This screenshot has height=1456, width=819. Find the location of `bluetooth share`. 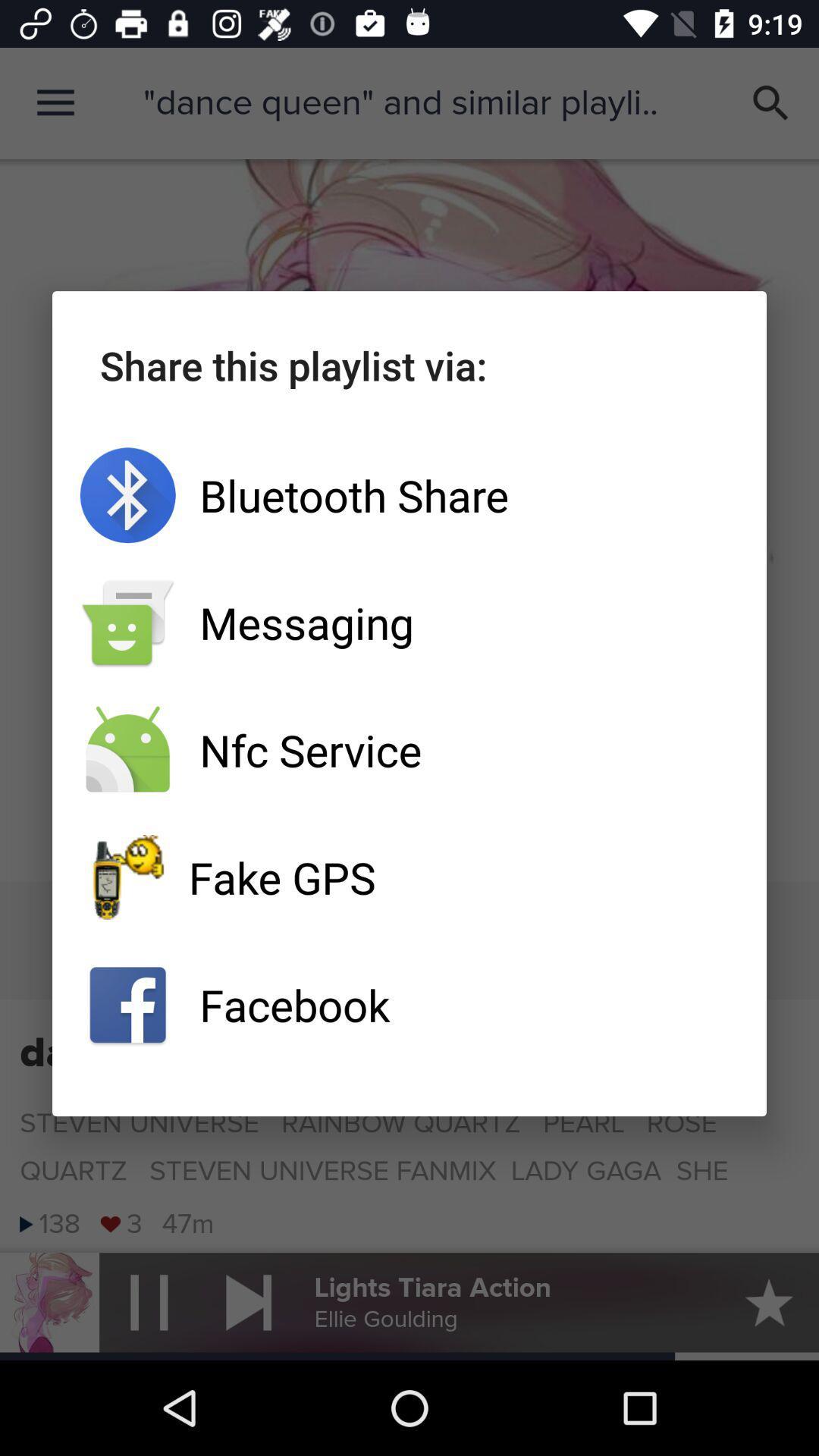

bluetooth share is located at coordinates (409, 495).